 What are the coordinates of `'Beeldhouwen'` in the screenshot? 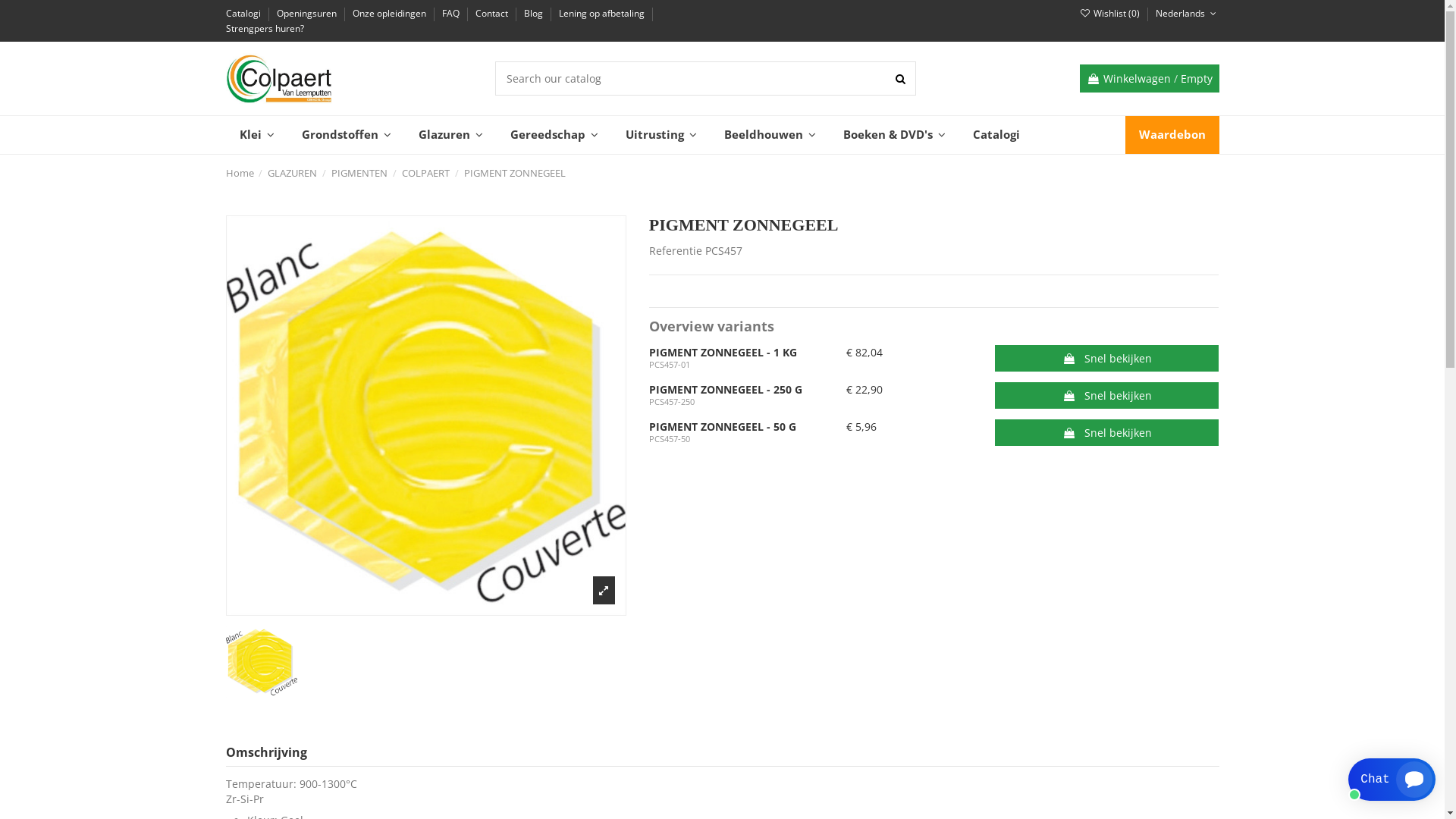 It's located at (709, 133).